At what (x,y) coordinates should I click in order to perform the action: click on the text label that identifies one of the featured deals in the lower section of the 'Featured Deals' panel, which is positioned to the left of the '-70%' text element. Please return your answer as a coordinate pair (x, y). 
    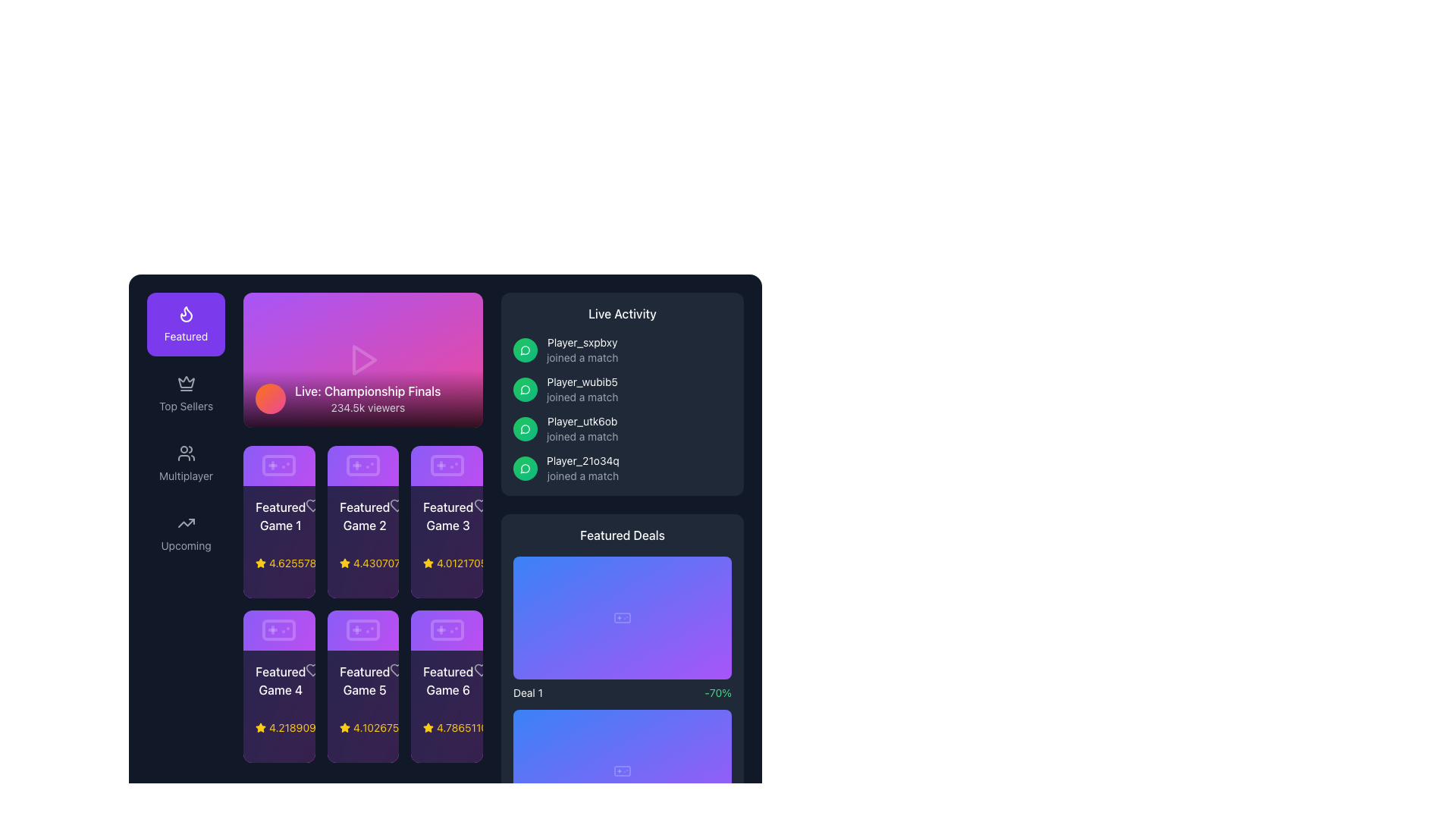
    Looking at the image, I should click on (528, 693).